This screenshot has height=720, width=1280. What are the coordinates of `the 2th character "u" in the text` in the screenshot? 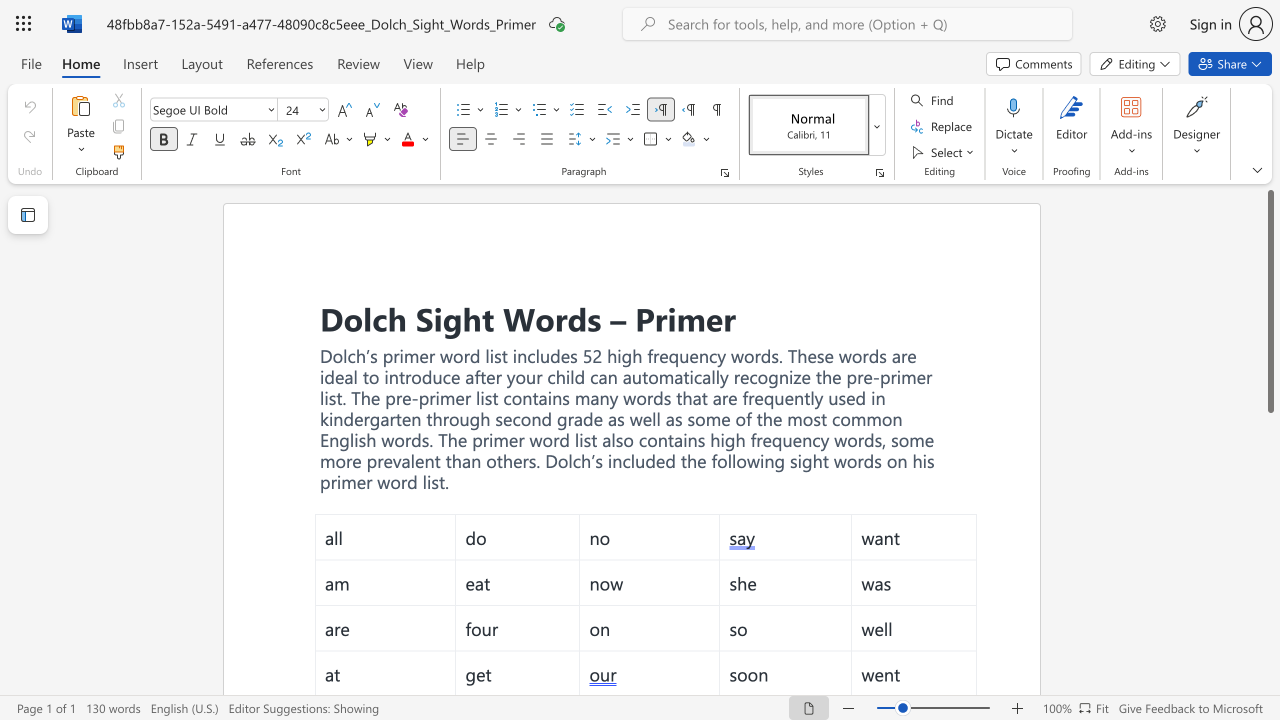 It's located at (684, 354).